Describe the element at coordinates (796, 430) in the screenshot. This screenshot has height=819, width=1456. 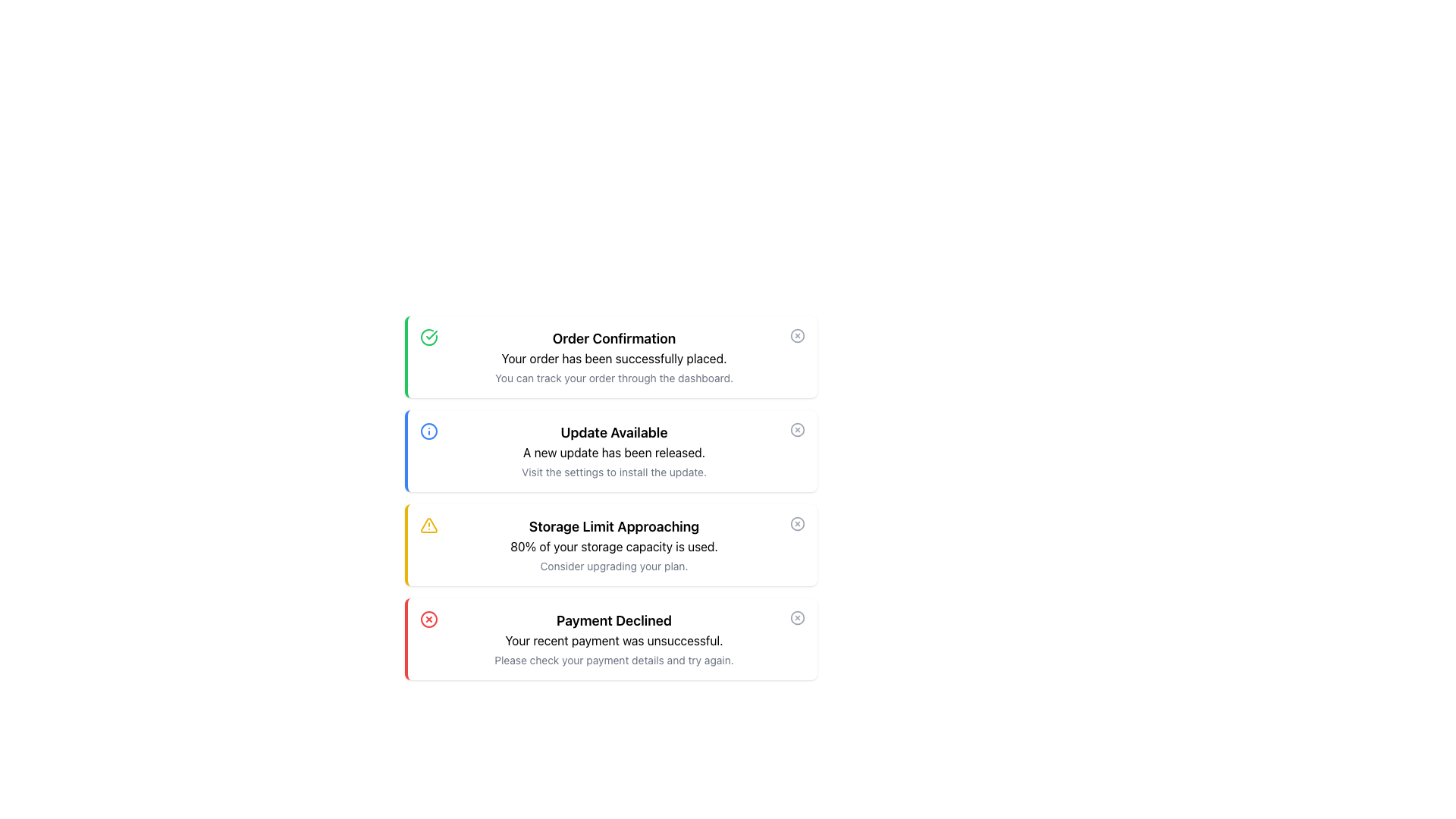
I see `the circular SVG element that is part of the 'Update Available' notification, positioned on the right side, which resembles a close or dismiss button` at that location.